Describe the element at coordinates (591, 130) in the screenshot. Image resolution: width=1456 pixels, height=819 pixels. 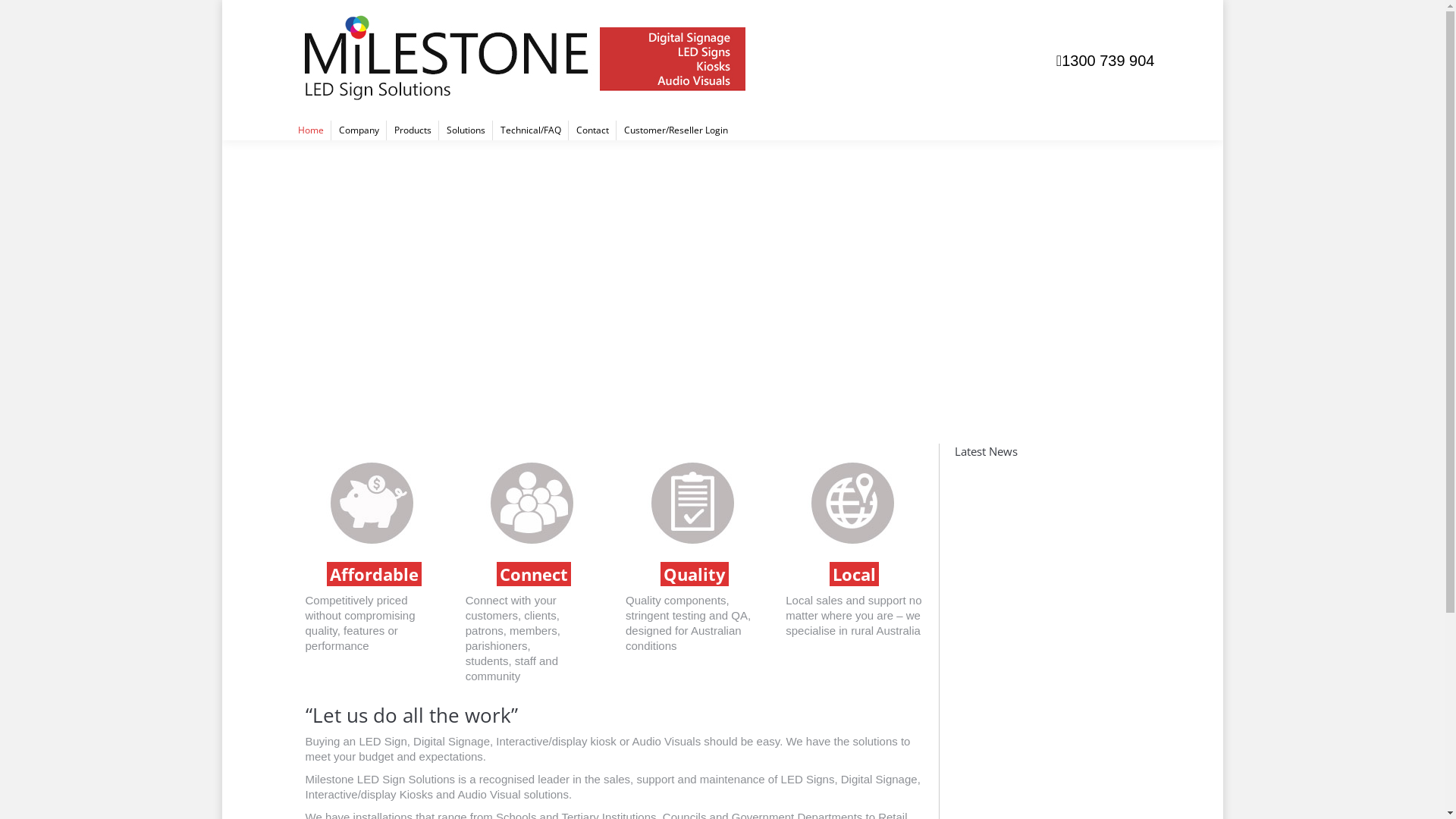
I see `'Contact'` at that location.